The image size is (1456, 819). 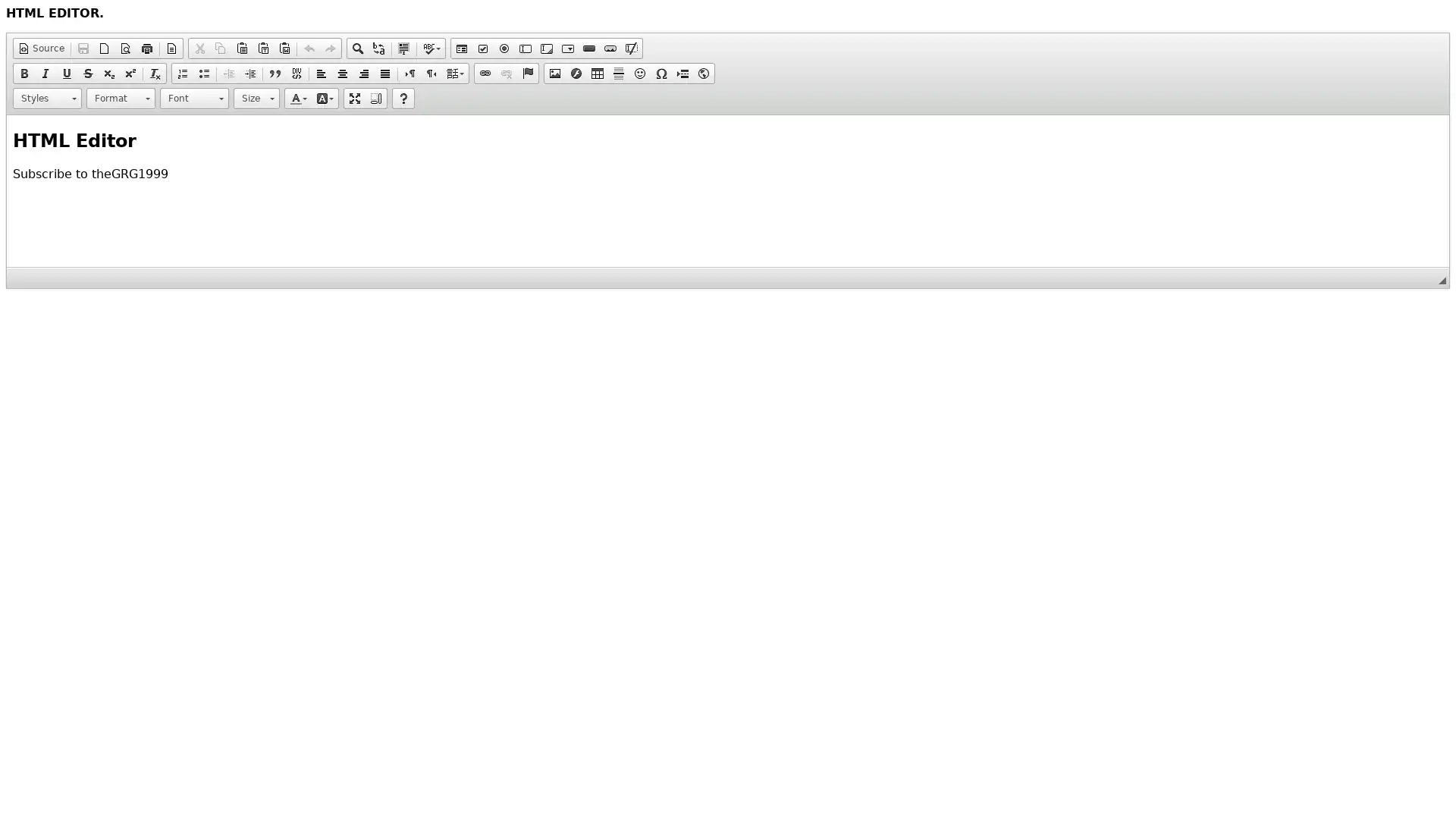 What do you see at coordinates (284, 48) in the screenshot?
I see `Paste from Word` at bounding box center [284, 48].